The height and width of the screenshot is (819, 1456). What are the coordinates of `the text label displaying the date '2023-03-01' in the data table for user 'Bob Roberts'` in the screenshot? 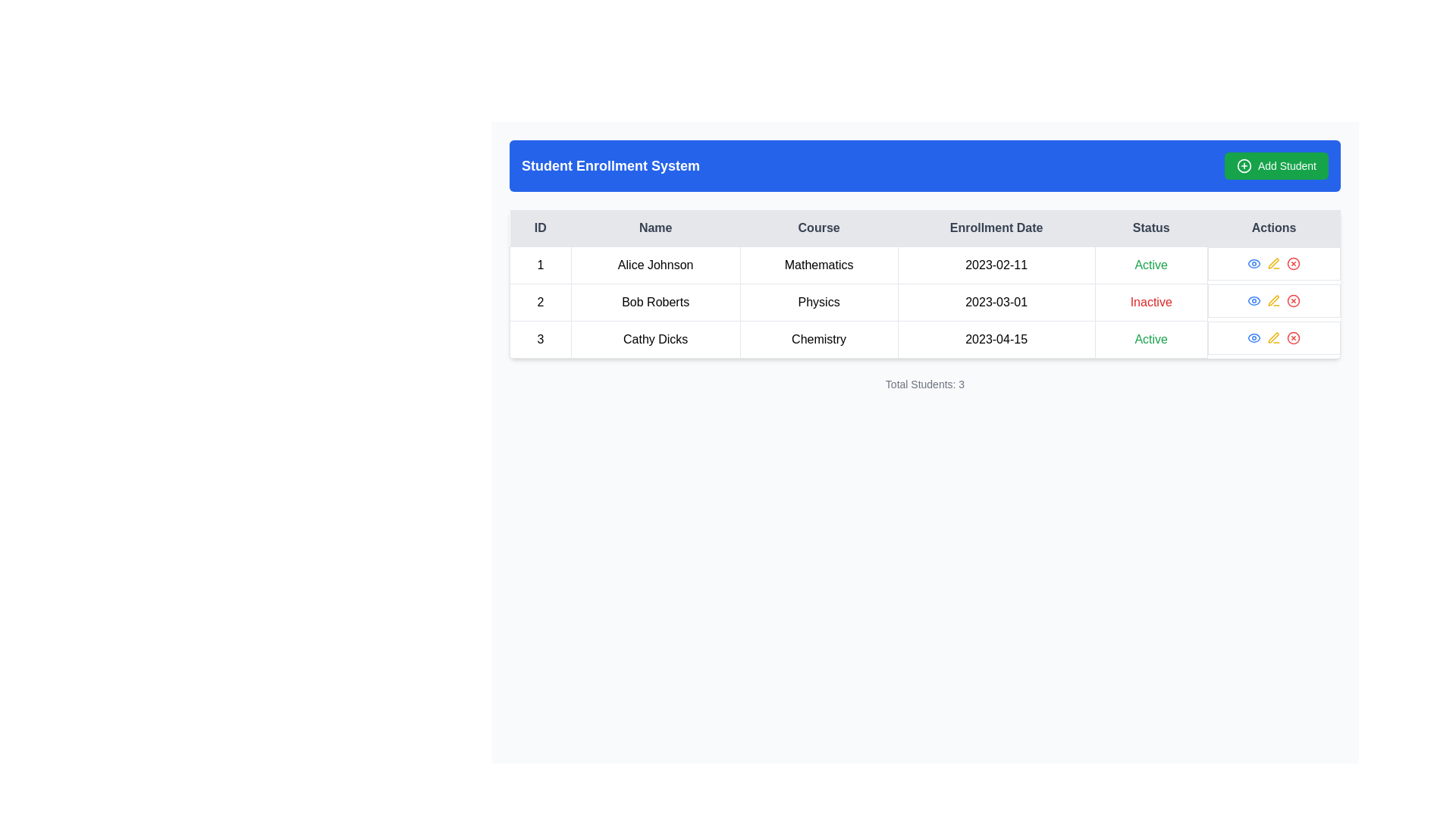 It's located at (996, 302).